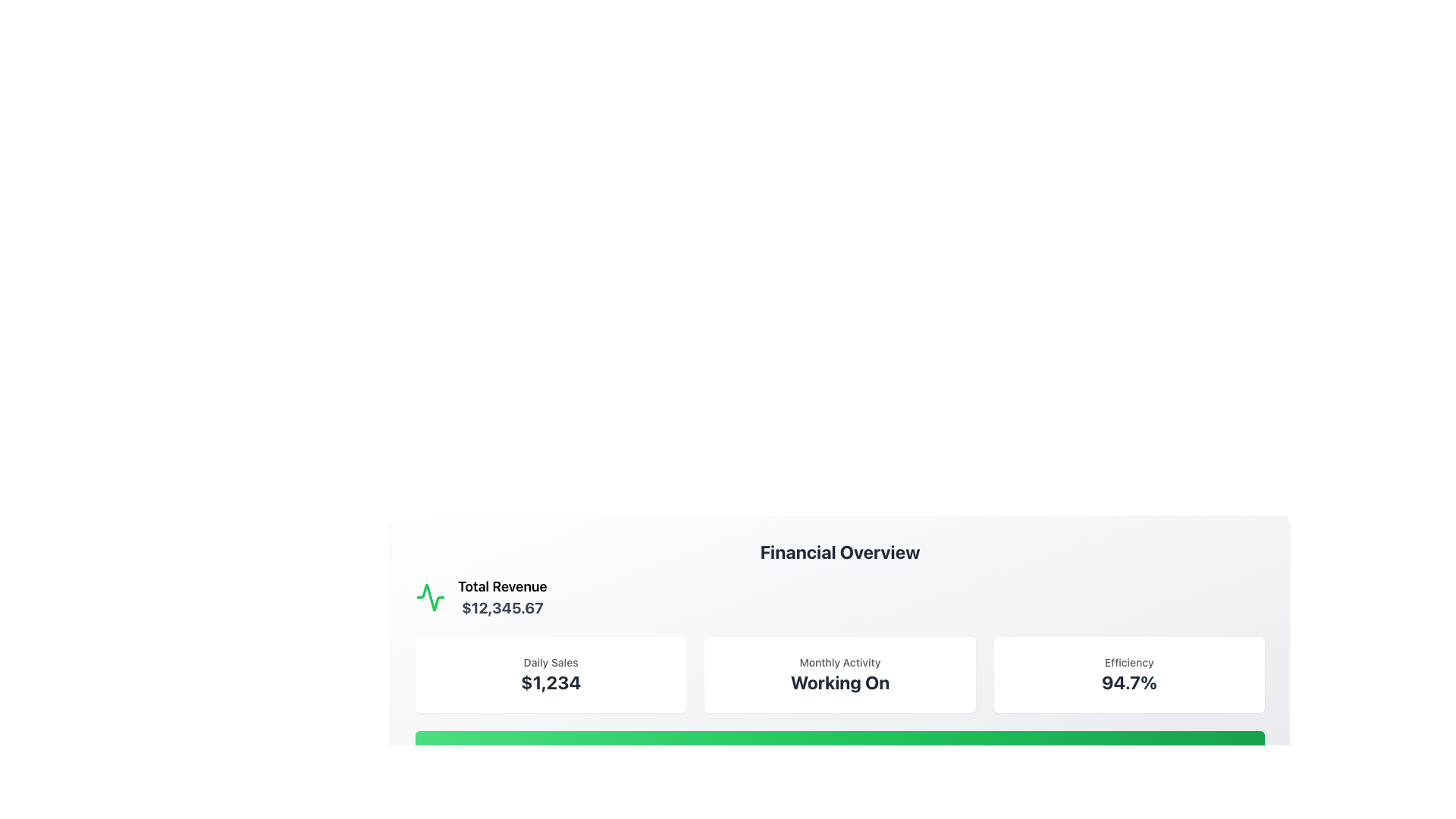  What do you see at coordinates (839, 674) in the screenshot?
I see `the Informational card displaying 'Monthly Activity' with the status 'Working On', which is centrally positioned in a row of three similar containers` at bounding box center [839, 674].